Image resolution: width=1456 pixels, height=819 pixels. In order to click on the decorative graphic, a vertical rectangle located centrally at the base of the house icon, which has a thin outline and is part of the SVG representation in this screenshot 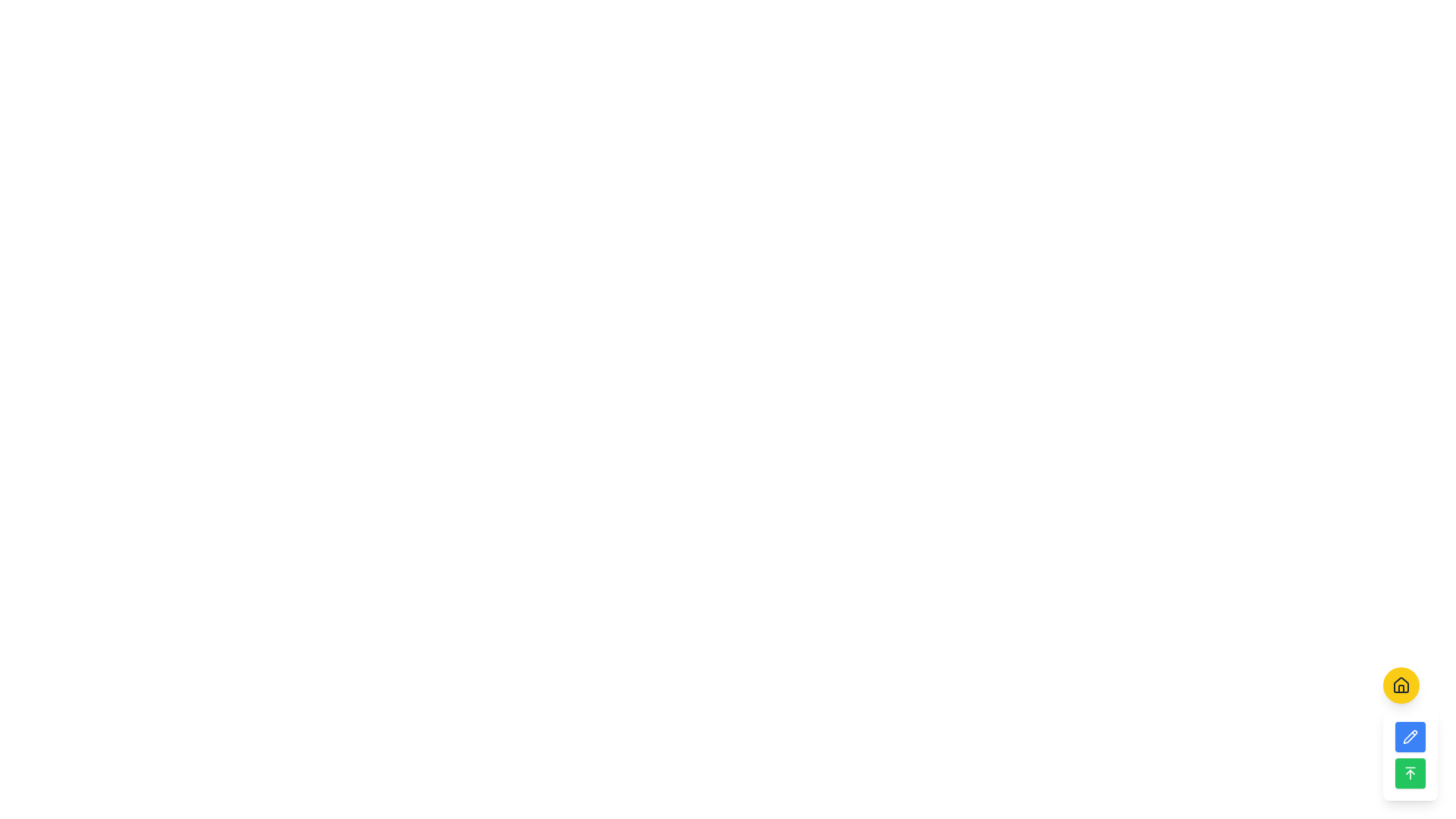, I will do `click(1401, 688)`.